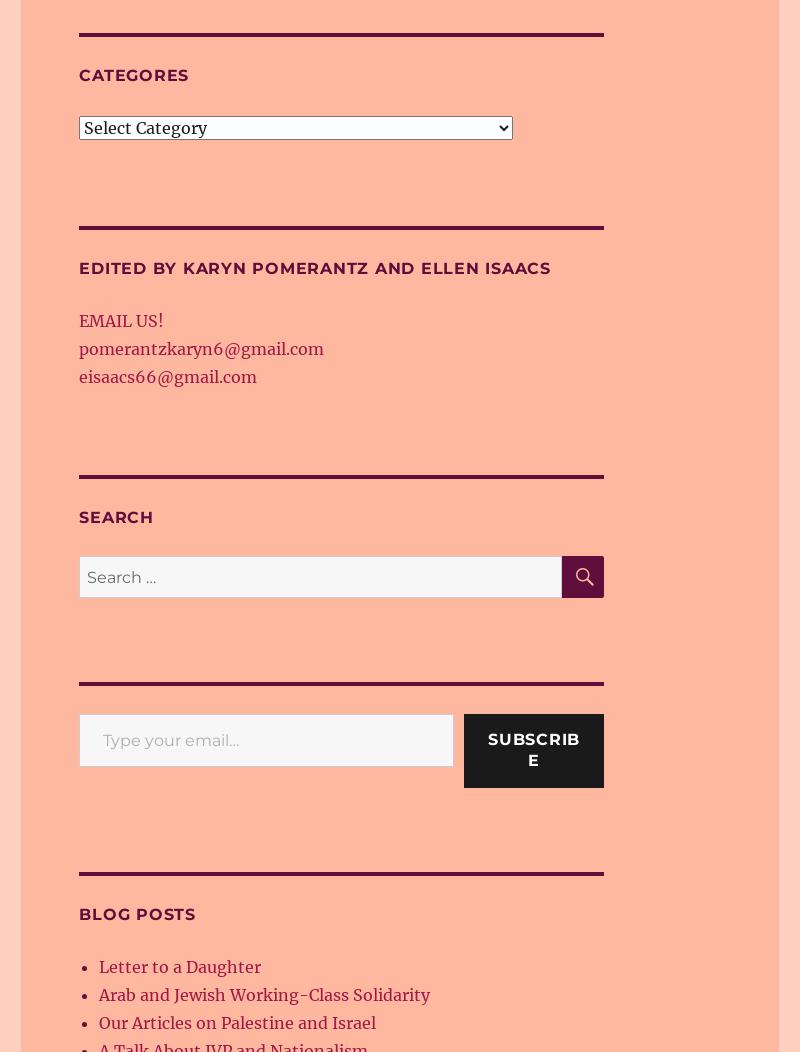 Image resolution: width=800 pixels, height=1052 pixels. I want to click on 'Categores', so click(134, 74).